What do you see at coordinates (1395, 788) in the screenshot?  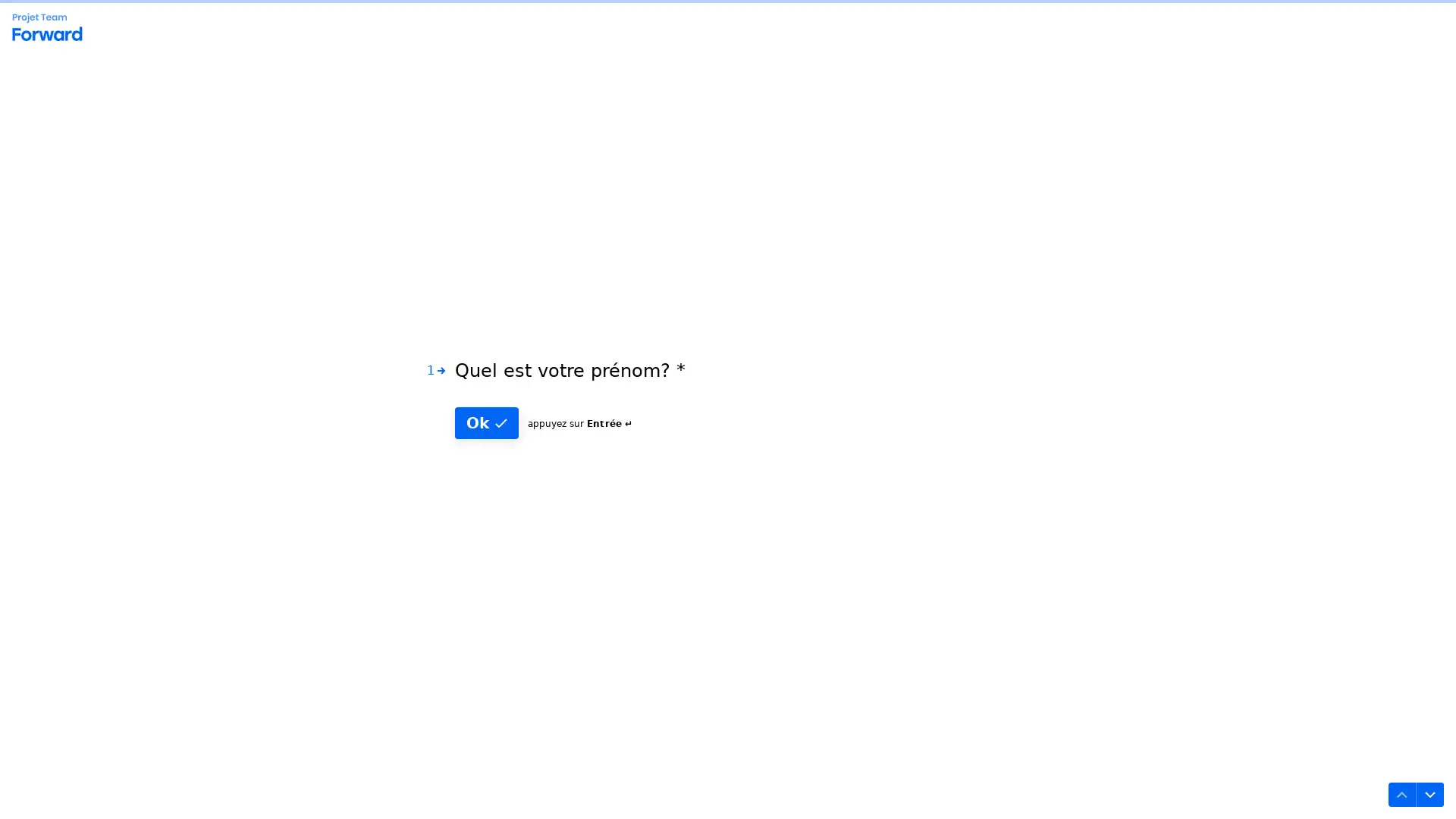 I see `Question precedente` at bounding box center [1395, 788].